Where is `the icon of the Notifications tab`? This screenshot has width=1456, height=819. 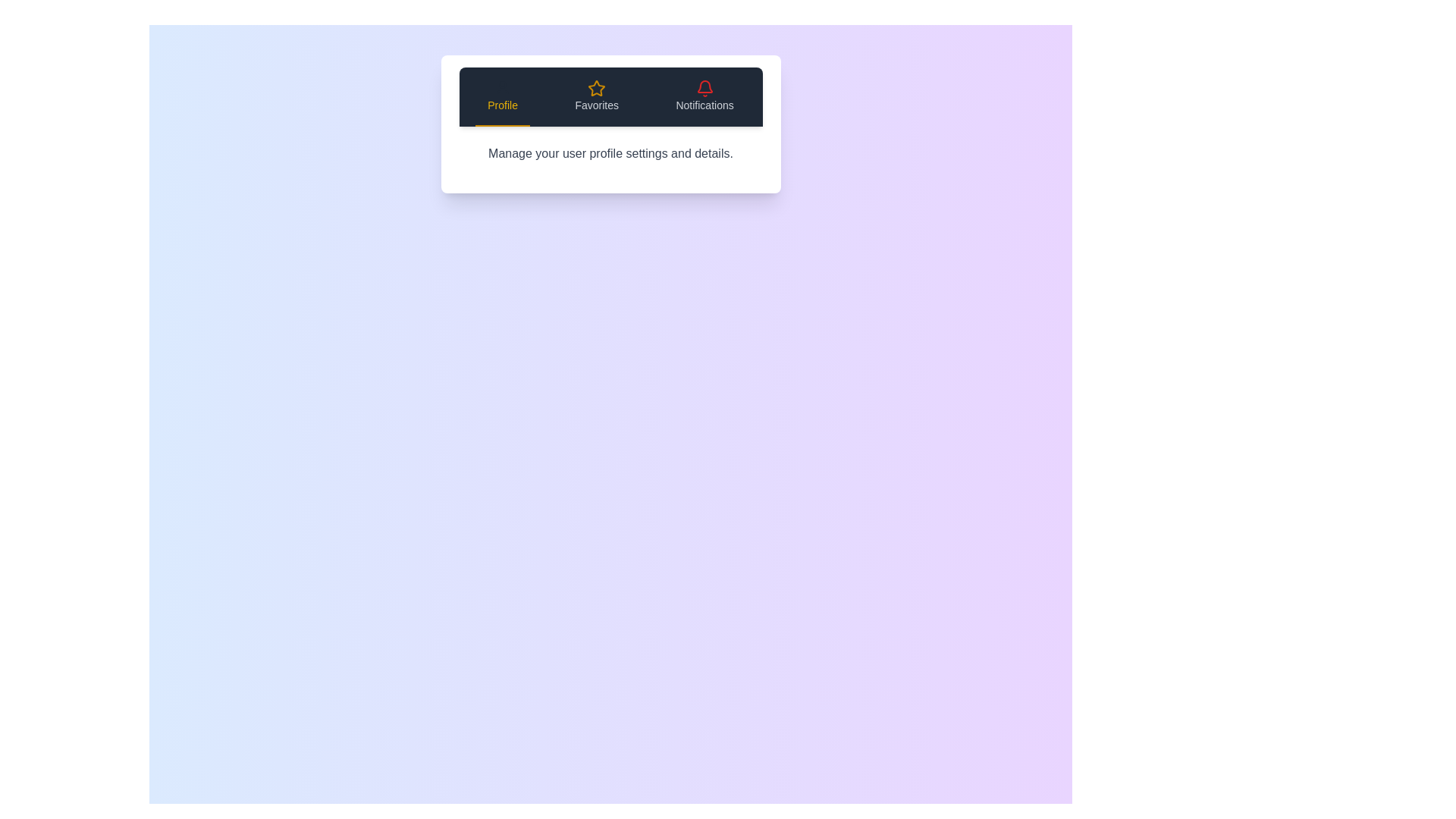
the icon of the Notifications tab is located at coordinates (704, 88).